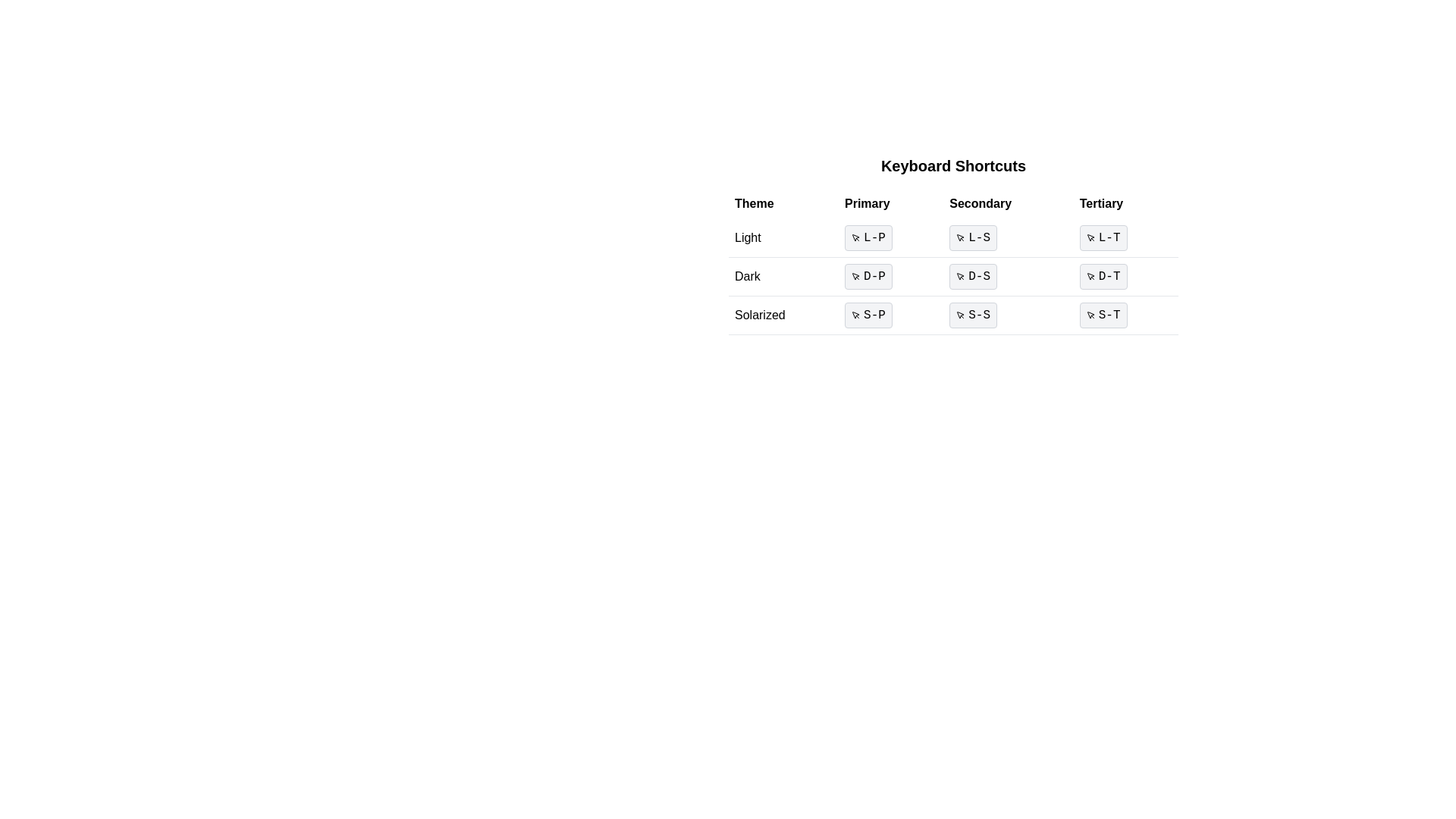 The image size is (1456, 819). Describe the element at coordinates (874, 277) in the screenshot. I see `the text label displaying 'D-P', which represents the shortcut key for the 'Dark' theme in the 'Primary' column of the keyboard shortcuts layout` at that location.